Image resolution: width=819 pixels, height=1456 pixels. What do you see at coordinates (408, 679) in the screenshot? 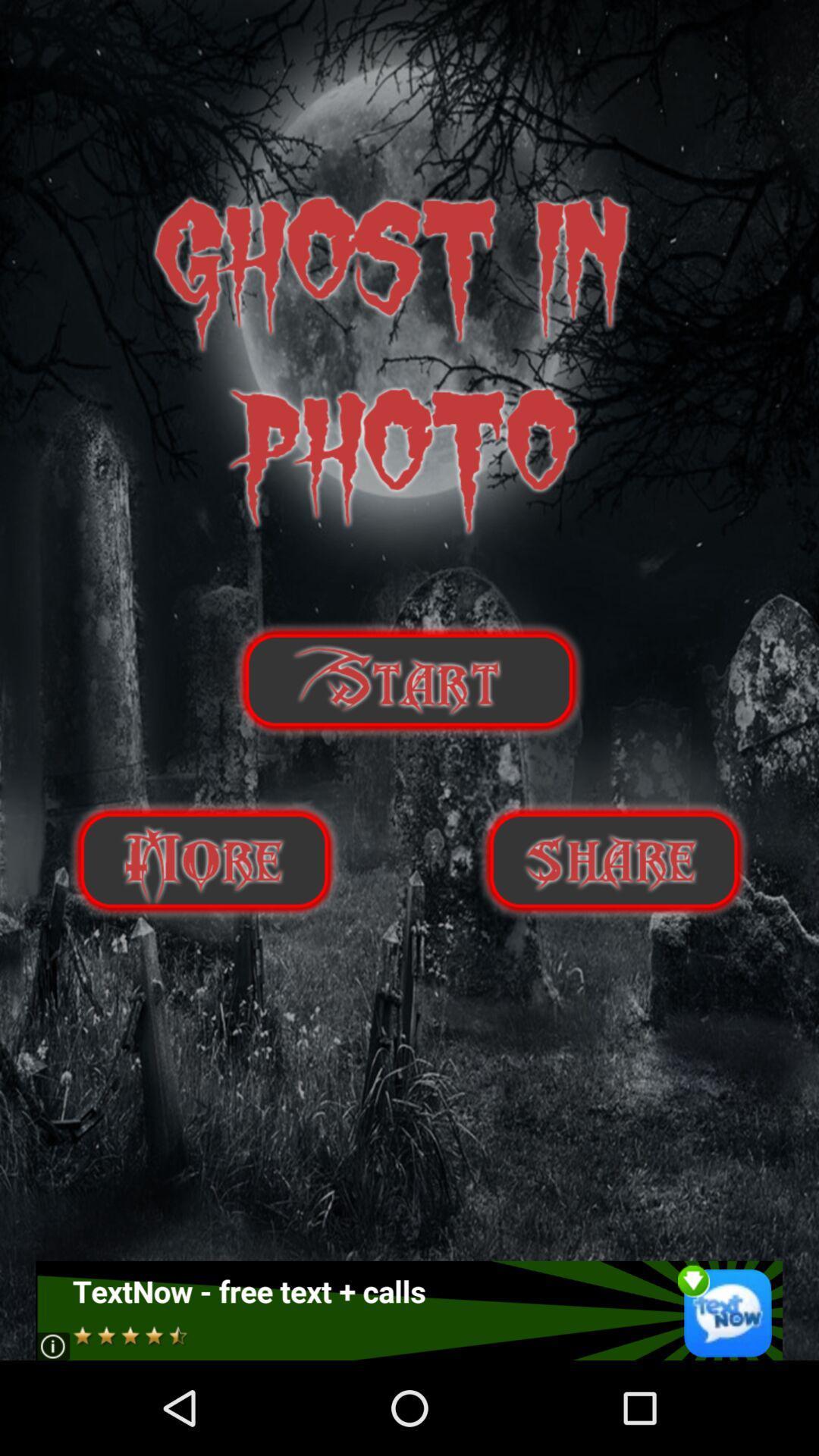
I see `play option` at bounding box center [408, 679].